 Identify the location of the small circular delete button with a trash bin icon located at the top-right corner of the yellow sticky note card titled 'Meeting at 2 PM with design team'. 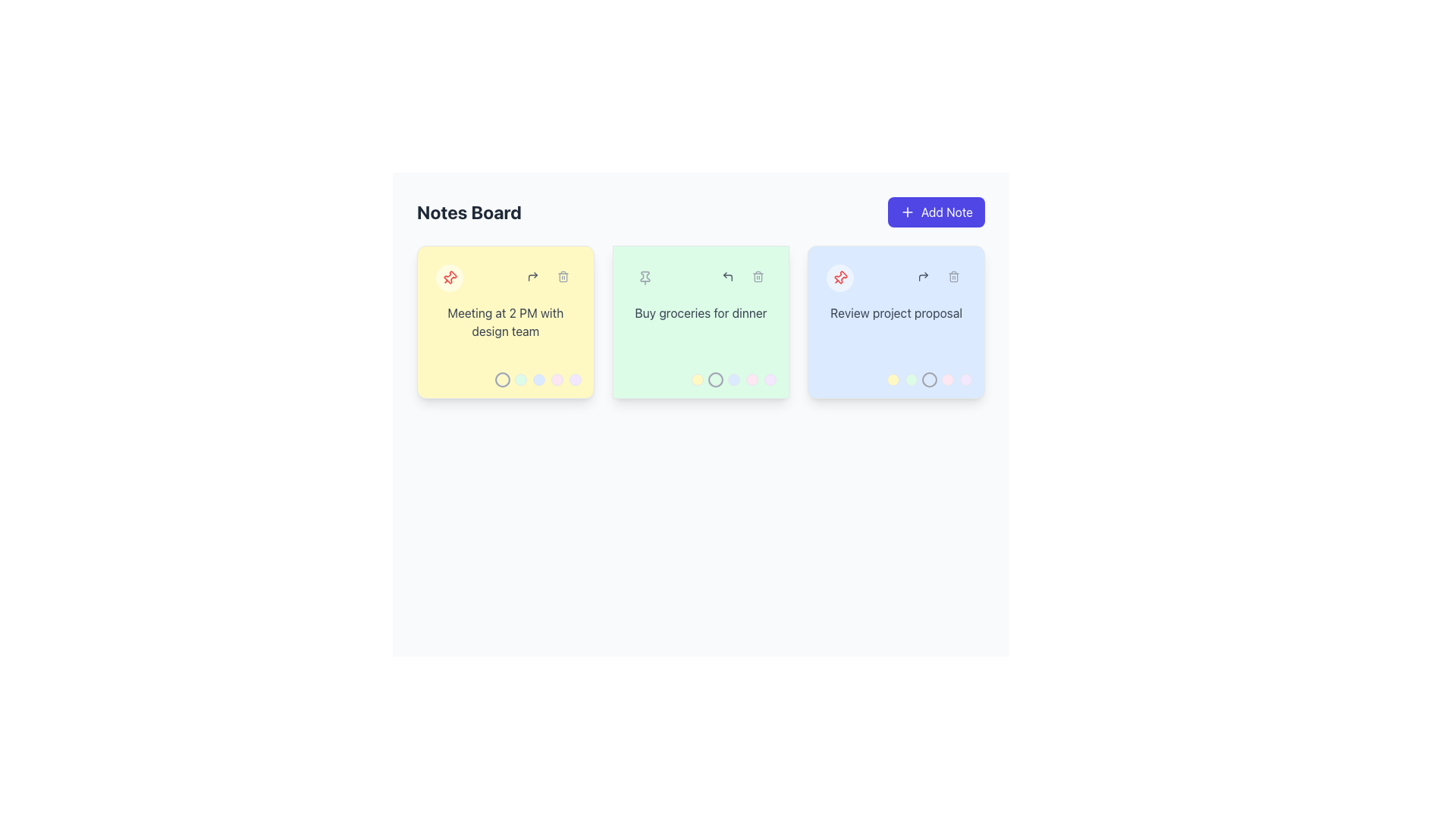
(562, 277).